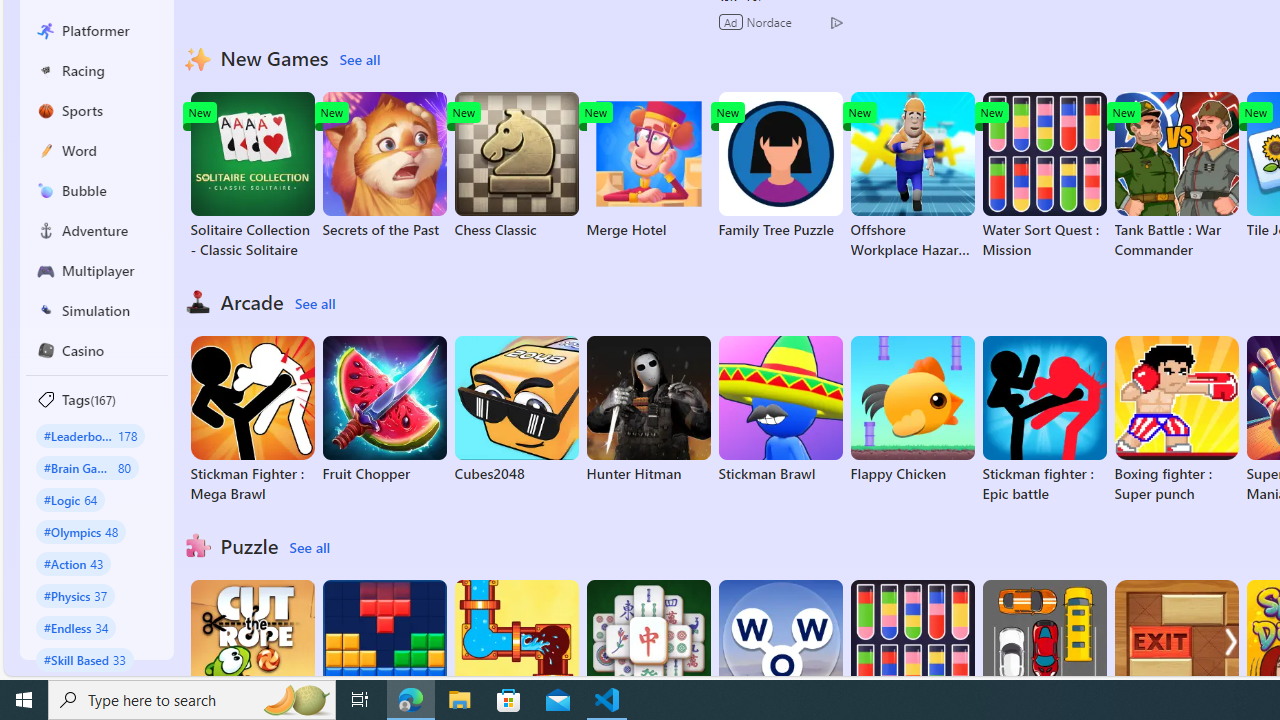  What do you see at coordinates (384, 164) in the screenshot?
I see `'Secrets of the Past'` at bounding box center [384, 164].